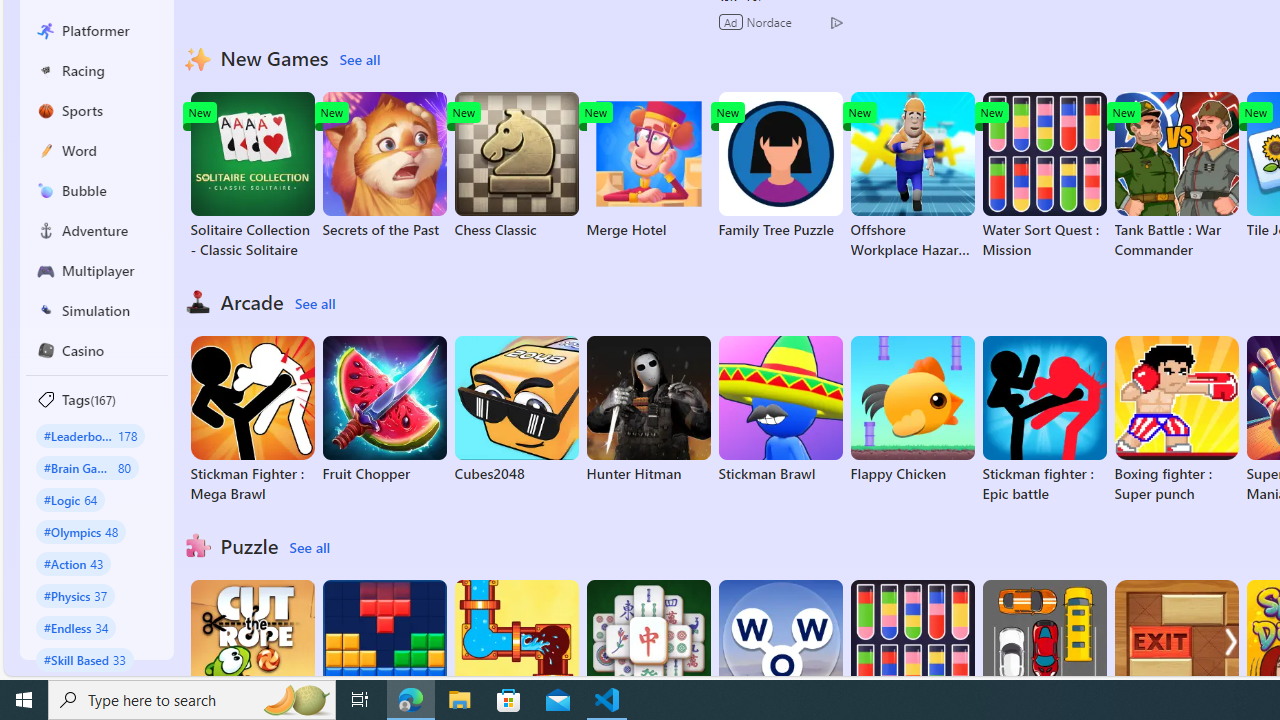  What do you see at coordinates (384, 164) in the screenshot?
I see `'Secrets of the Past'` at bounding box center [384, 164].